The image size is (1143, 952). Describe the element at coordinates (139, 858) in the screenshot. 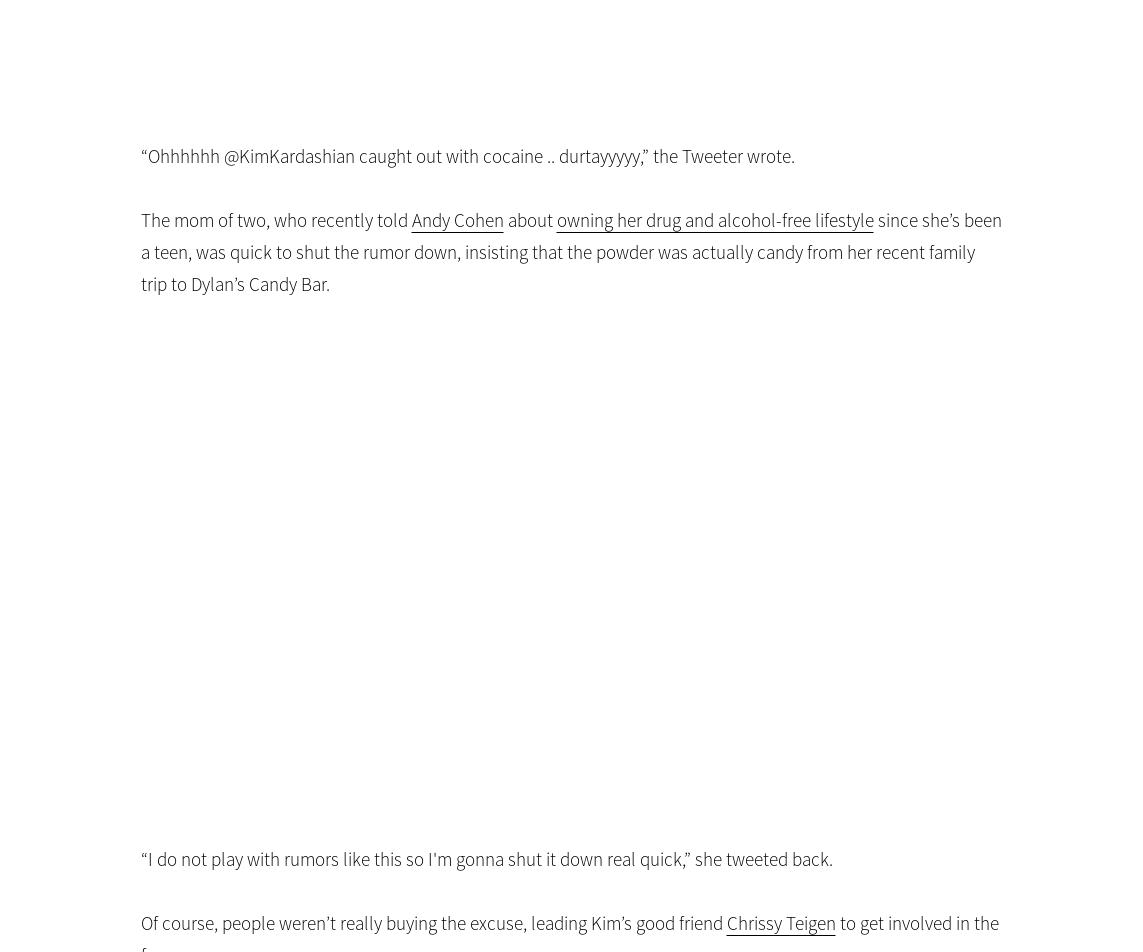

I see `'“I do not play with rumors like this so I'm gonna shut it down real quick,” she tweeted back.'` at that location.